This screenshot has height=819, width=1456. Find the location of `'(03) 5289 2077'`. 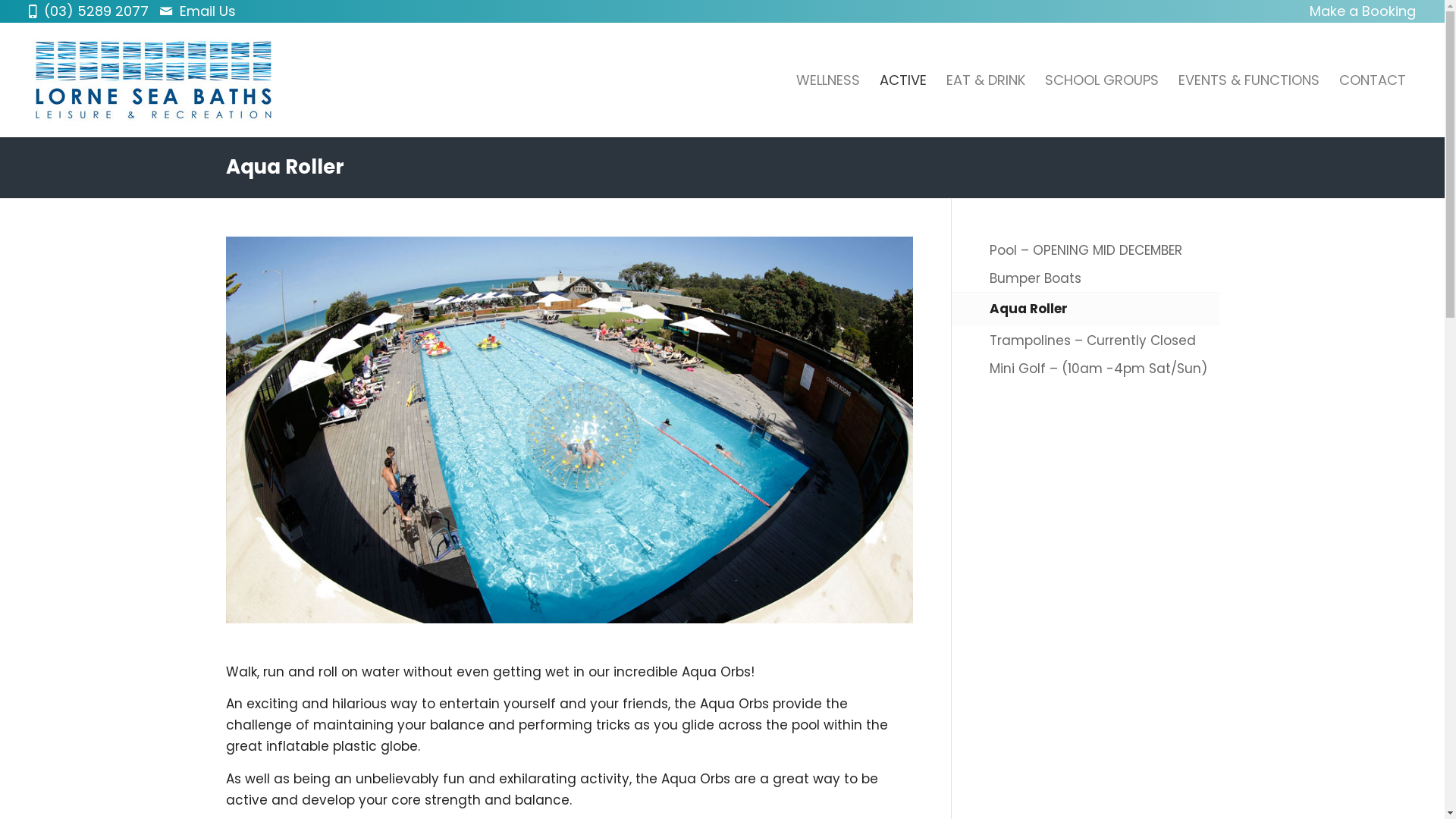

'(03) 5289 2077' is located at coordinates (99, 11).